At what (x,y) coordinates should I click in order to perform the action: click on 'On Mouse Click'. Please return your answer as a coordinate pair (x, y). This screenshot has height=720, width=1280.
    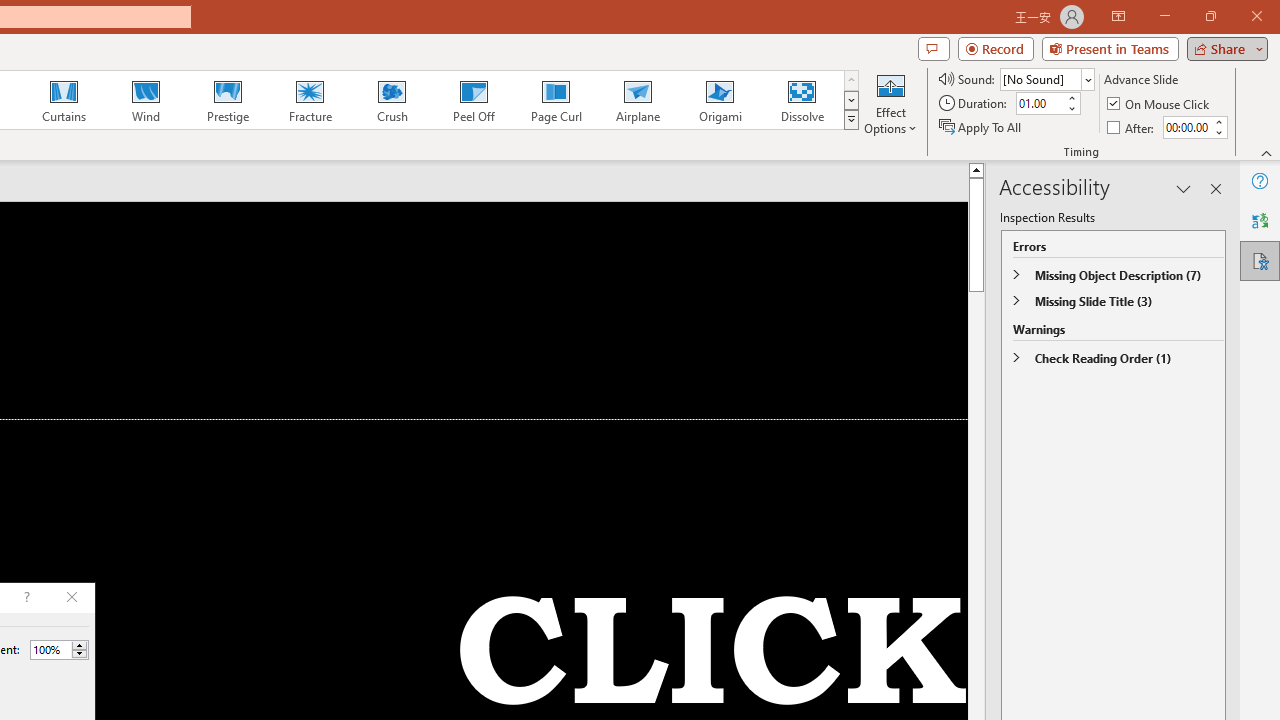
    Looking at the image, I should click on (1159, 103).